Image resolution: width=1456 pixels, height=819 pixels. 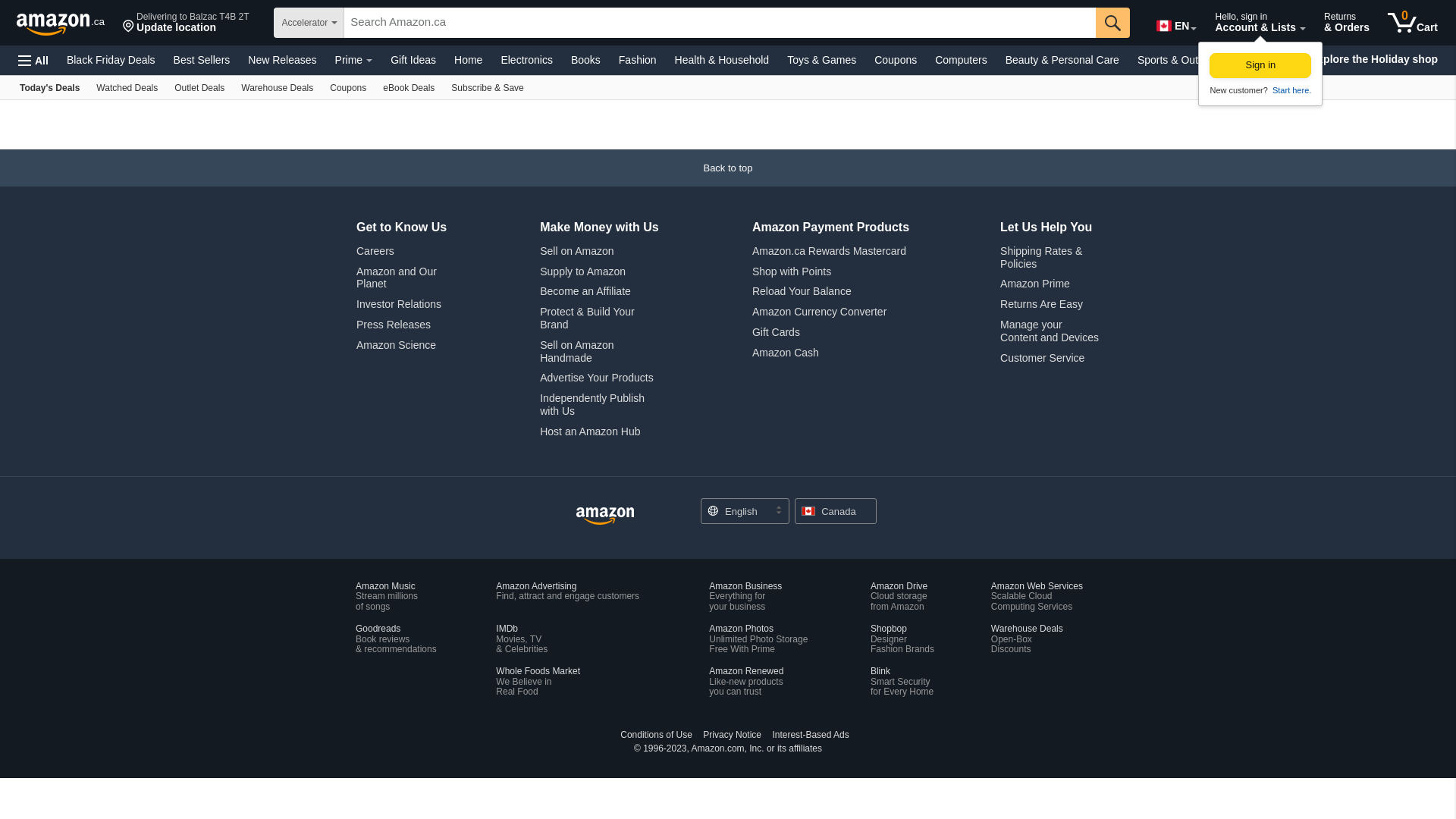 What do you see at coordinates (656, 733) in the screenshot?
I see `'Conditions of Use'` at bounding box center [656, 733].